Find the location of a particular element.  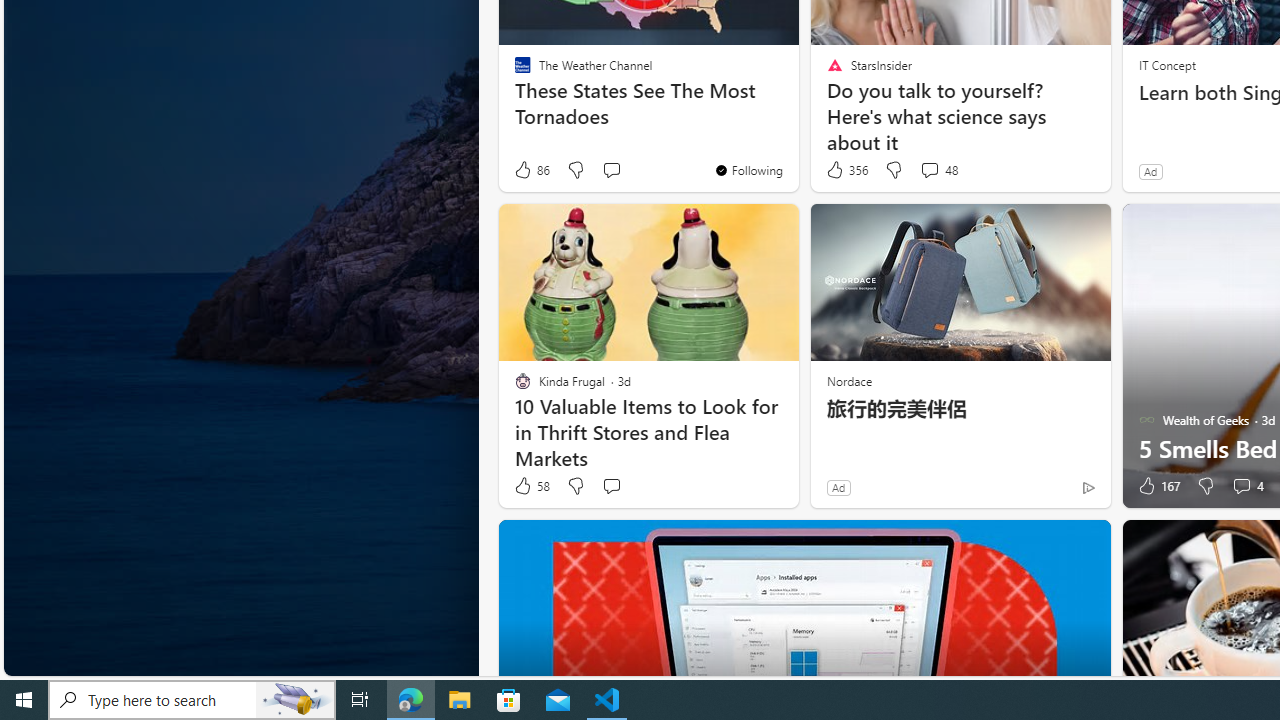

'356 Like' is located at coordinates (846, 169).